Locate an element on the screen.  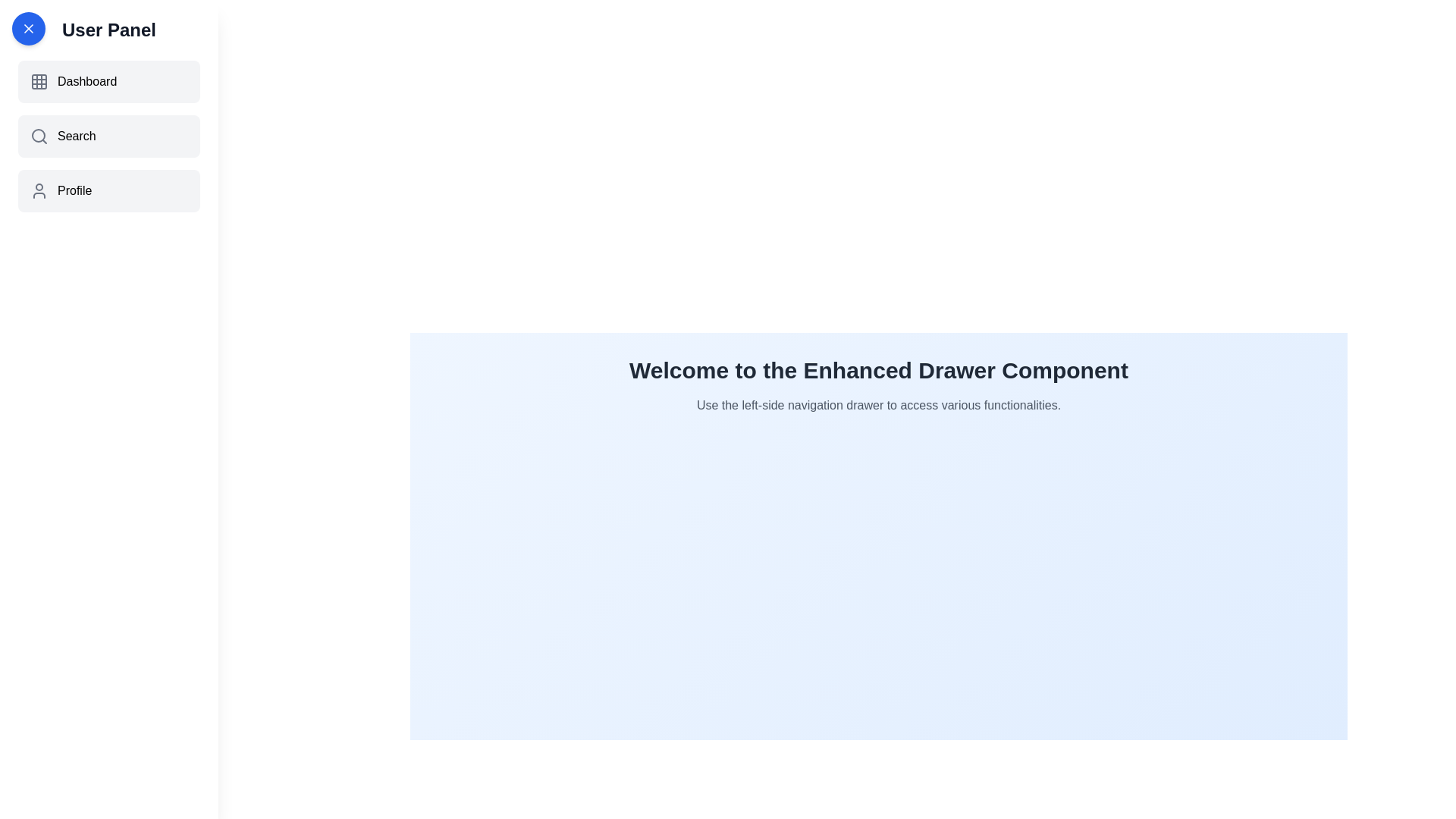
the close button located in the top-left corner of the interface is located at coordinates (29, 29).